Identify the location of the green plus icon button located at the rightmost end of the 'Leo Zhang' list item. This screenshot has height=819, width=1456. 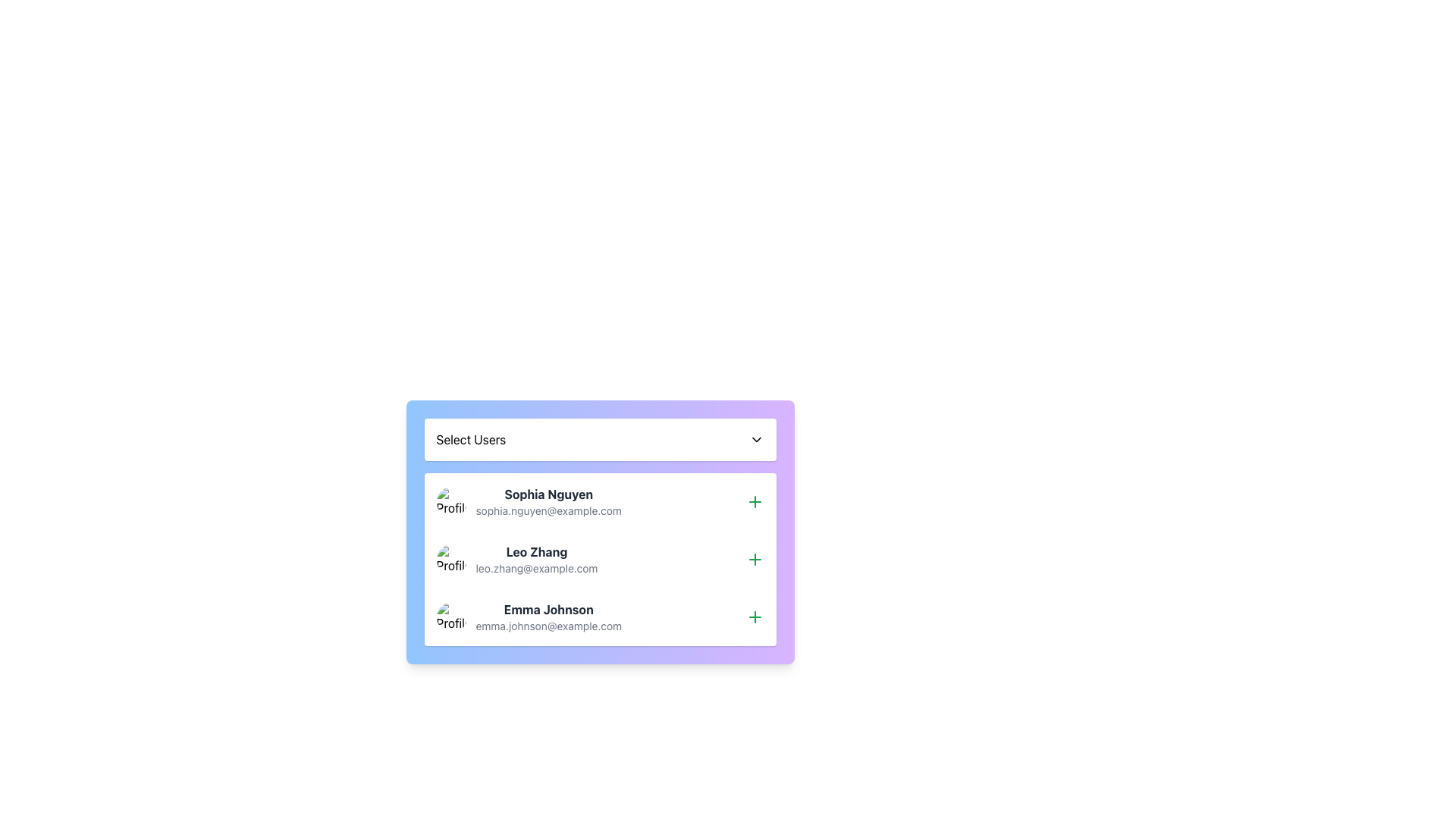
(755, 559).